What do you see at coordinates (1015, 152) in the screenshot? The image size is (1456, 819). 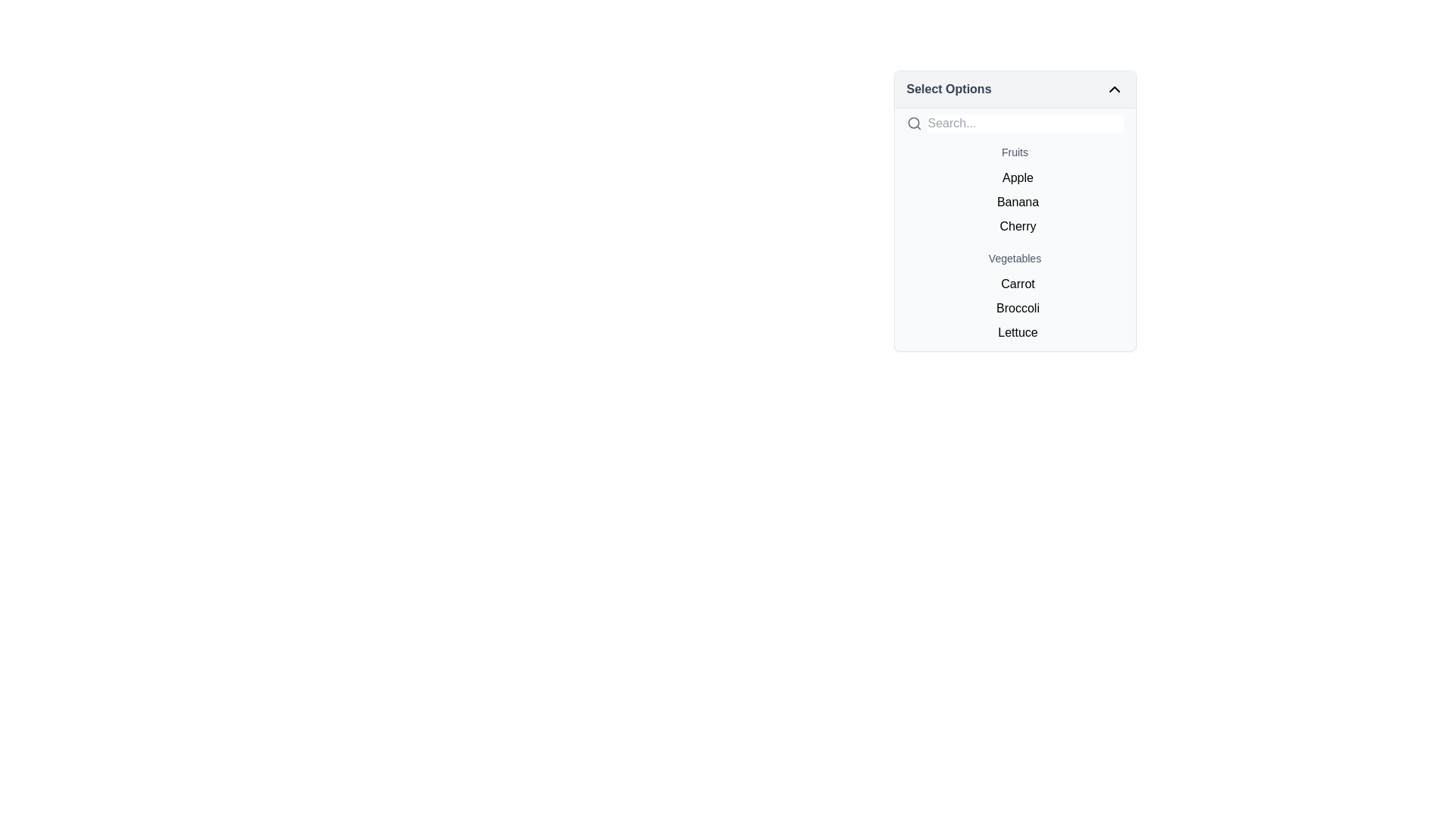 I see `the categorical text label that serves as a header for the dropdown items, positioned directly under the search input field` at bounding box center [1015, 152].